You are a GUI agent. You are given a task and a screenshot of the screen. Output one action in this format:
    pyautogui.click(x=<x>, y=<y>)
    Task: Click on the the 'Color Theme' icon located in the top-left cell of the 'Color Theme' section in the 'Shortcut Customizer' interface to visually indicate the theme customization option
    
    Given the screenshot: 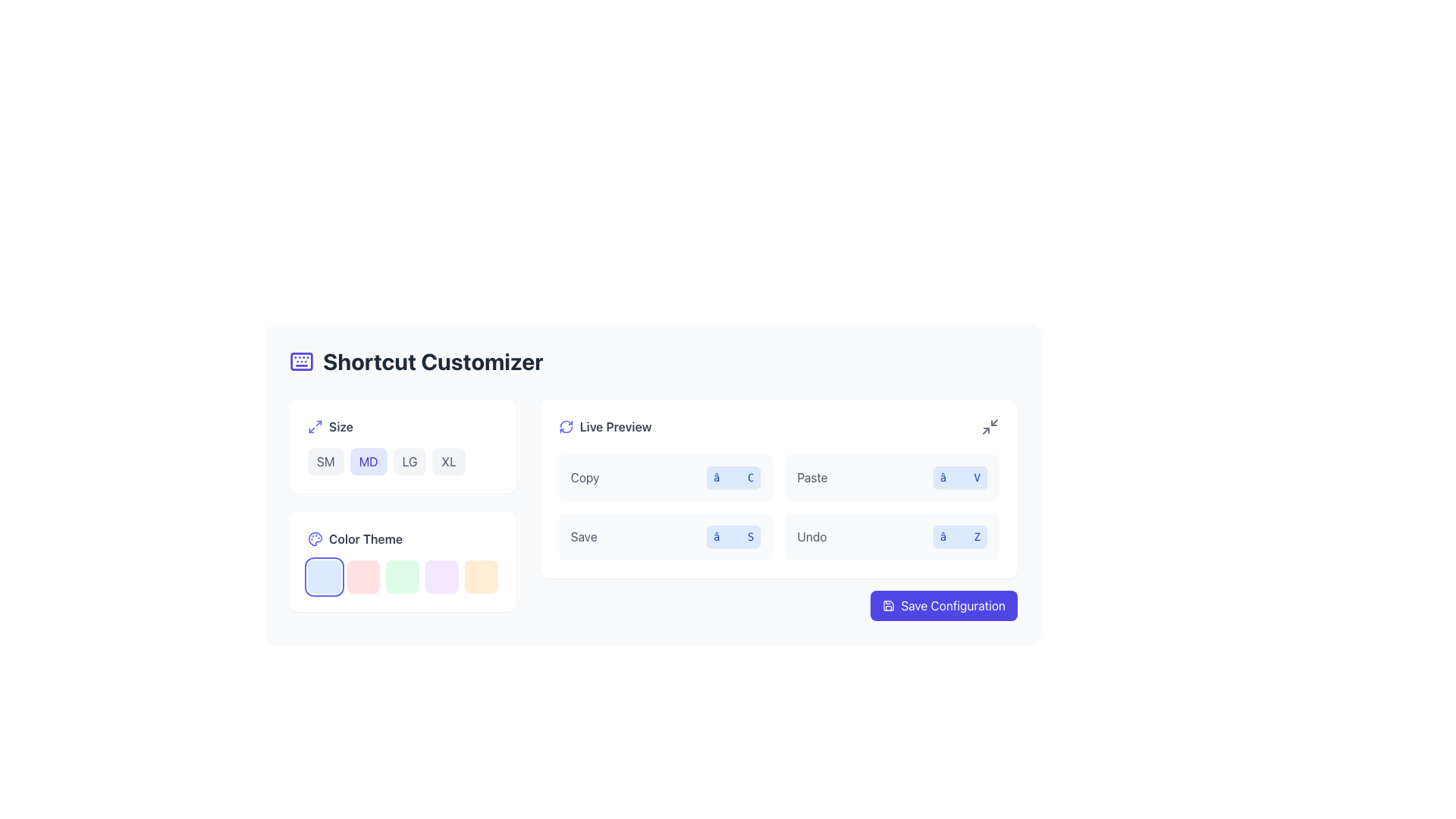 What is the action you would take?
    pyautogui.click(x=315, y=538)
    